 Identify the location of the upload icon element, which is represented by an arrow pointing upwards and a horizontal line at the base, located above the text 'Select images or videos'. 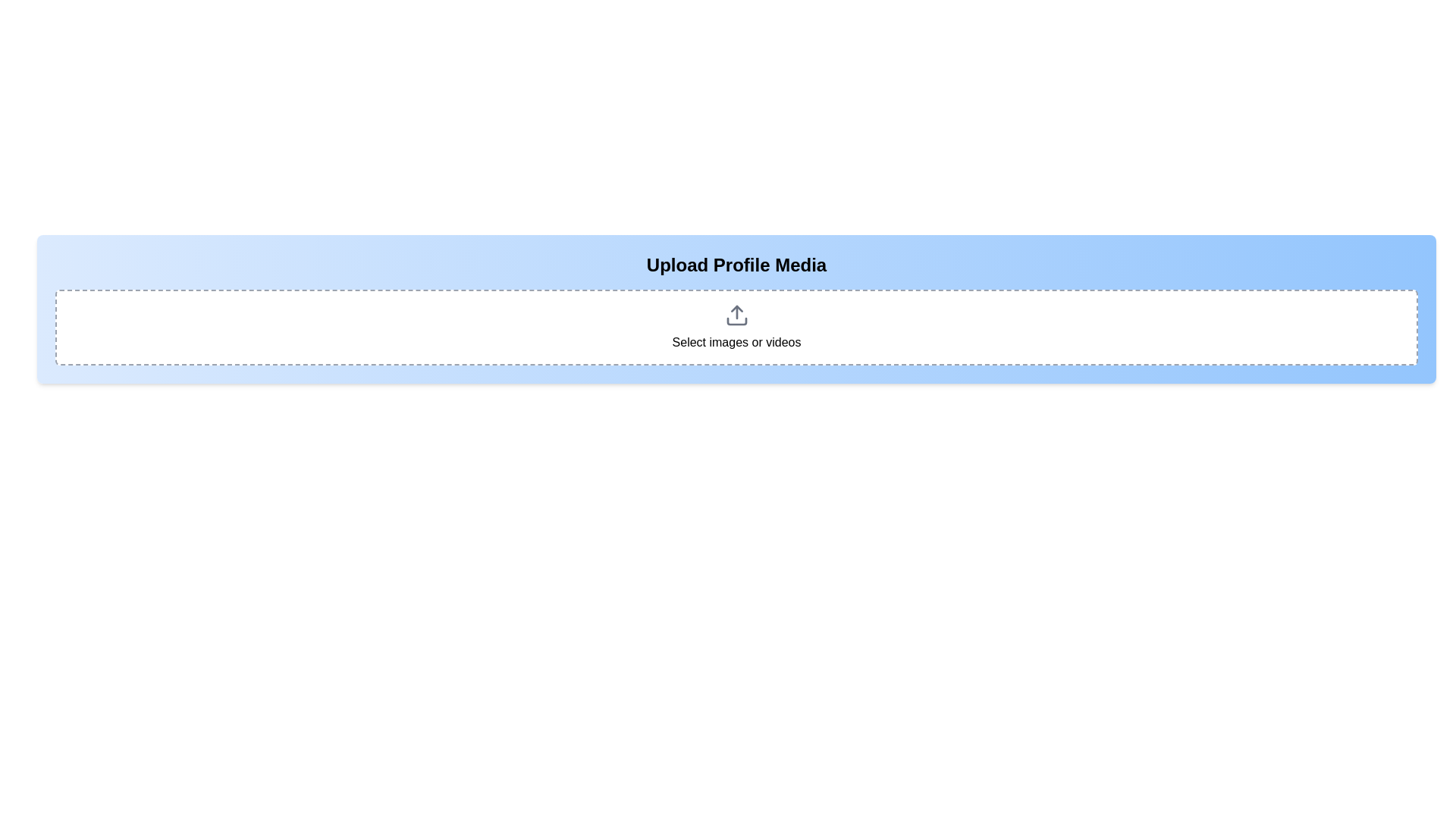
(736, 315).